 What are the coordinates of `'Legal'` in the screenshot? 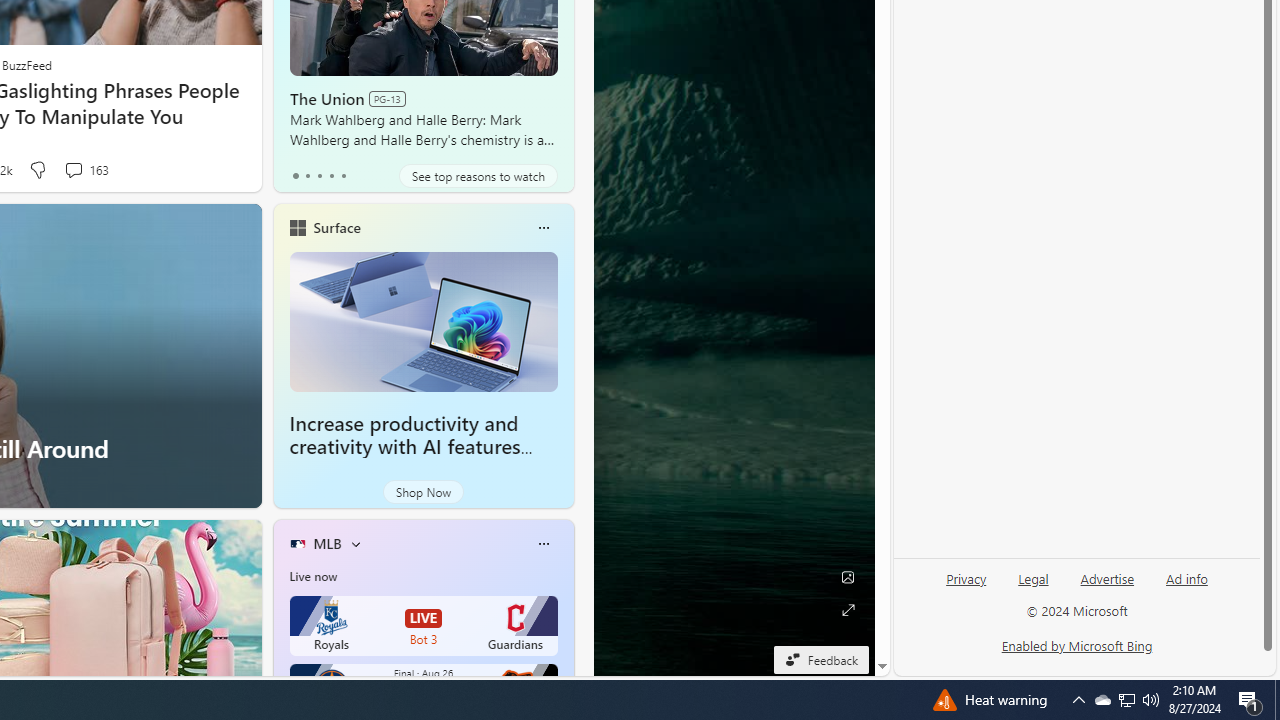 It's located at (1033, 586).